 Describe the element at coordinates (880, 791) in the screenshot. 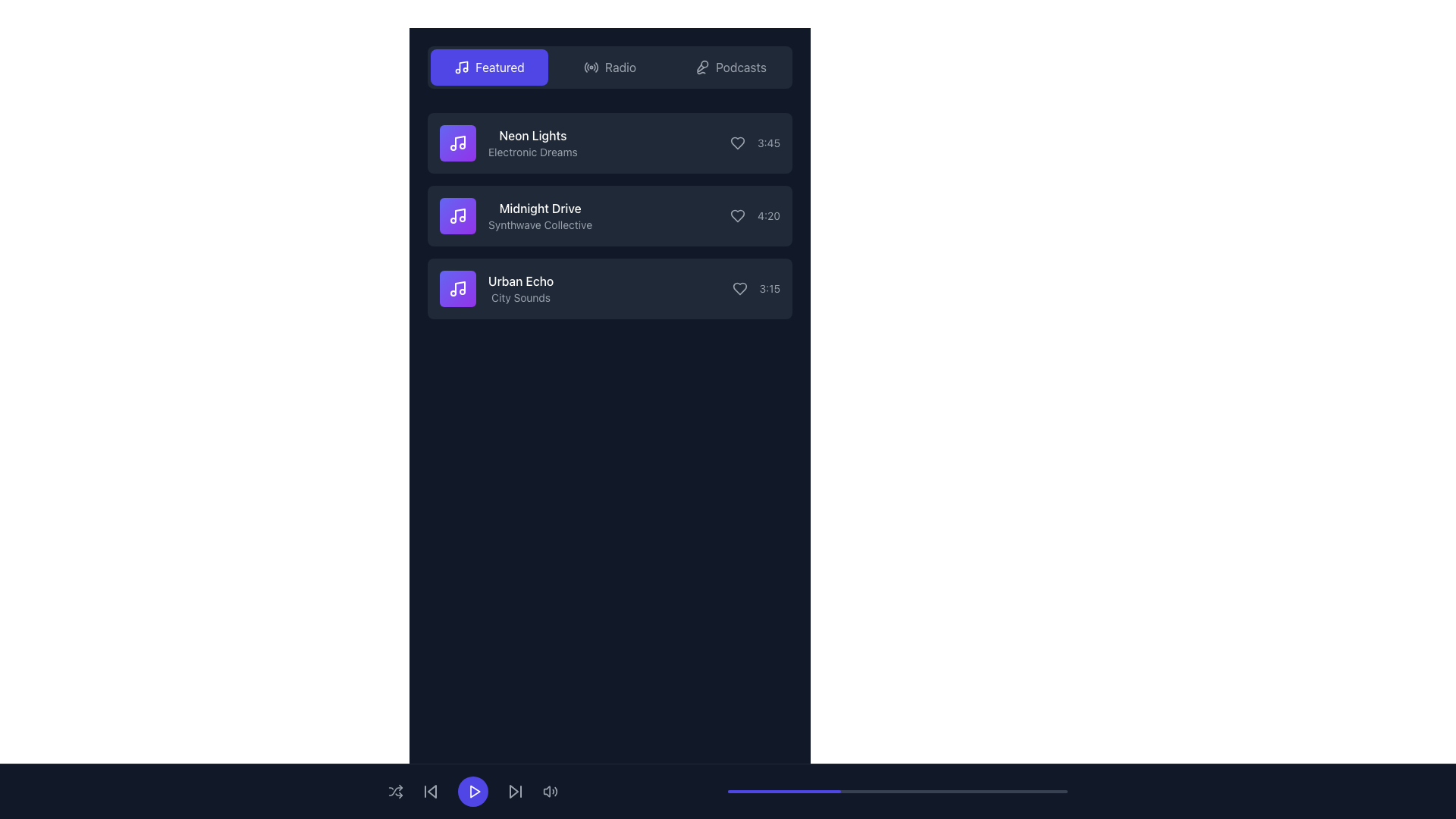

I see `progress` at that location.